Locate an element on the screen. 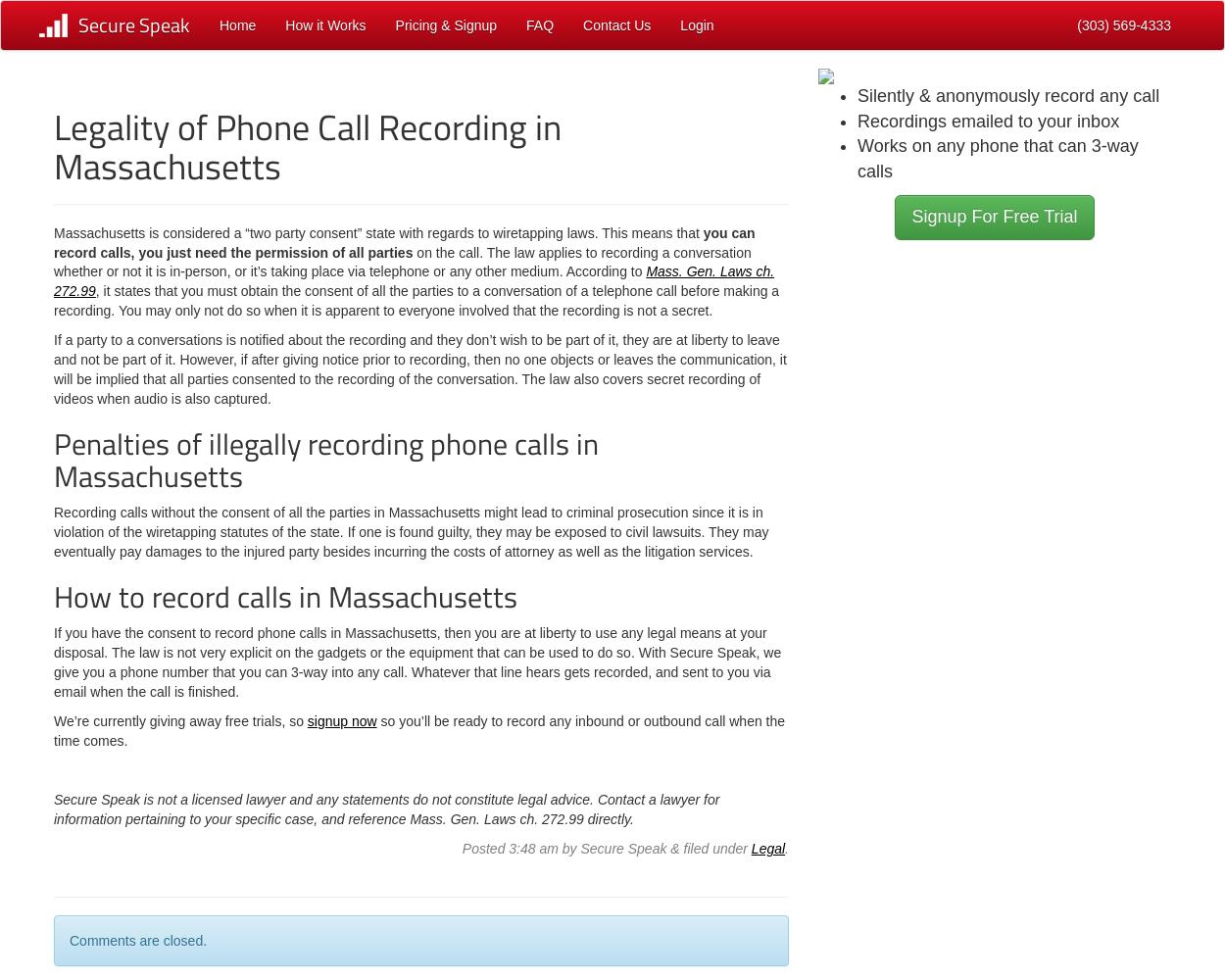 Image resolution: width=1225 pixels, height=980 pixels. 'Penalties of illegally recording phone calls in Massachusetts' is located at coordinates (325, 459).